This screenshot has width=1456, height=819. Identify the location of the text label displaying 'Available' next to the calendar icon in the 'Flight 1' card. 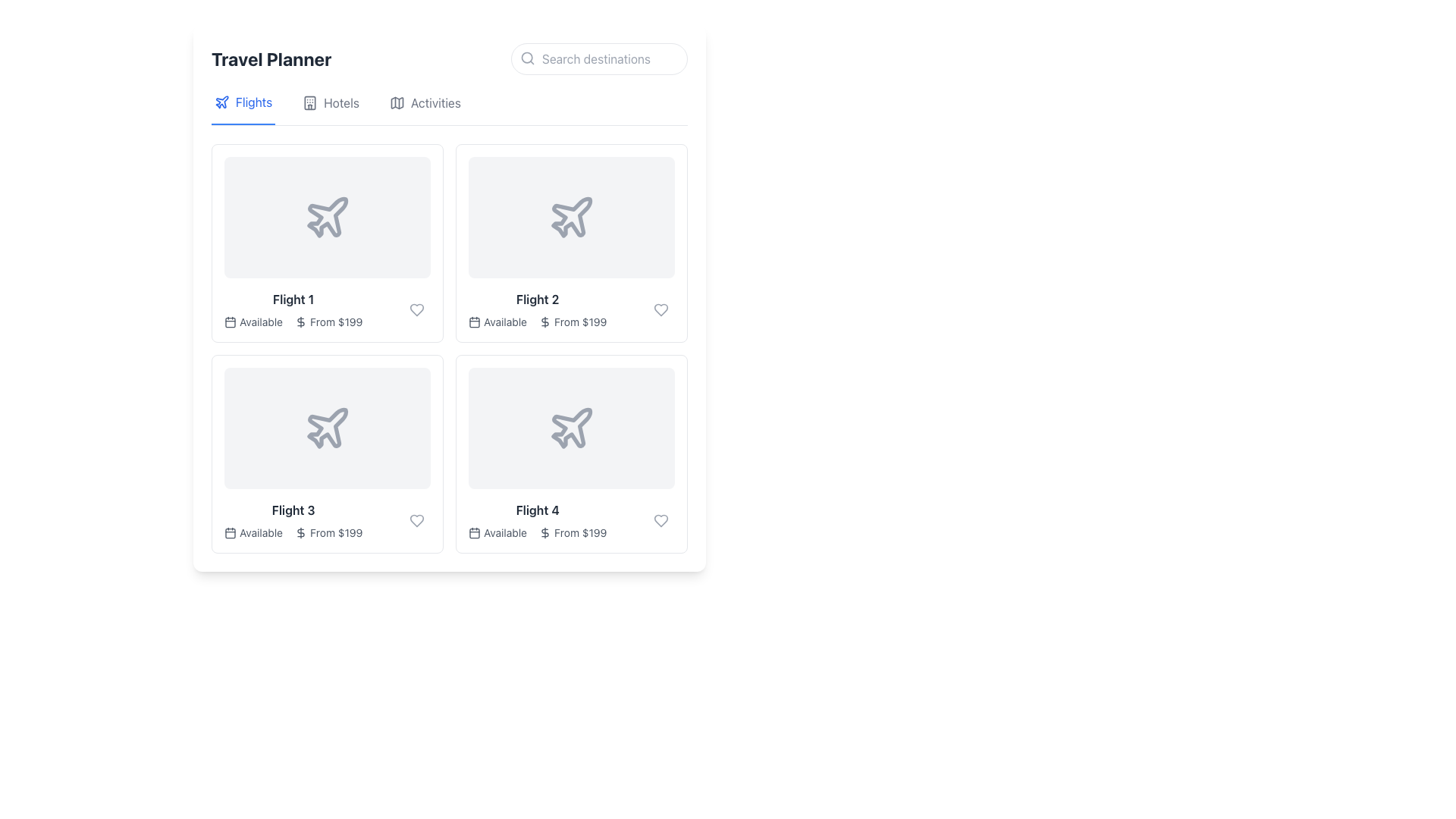
(261, 321).